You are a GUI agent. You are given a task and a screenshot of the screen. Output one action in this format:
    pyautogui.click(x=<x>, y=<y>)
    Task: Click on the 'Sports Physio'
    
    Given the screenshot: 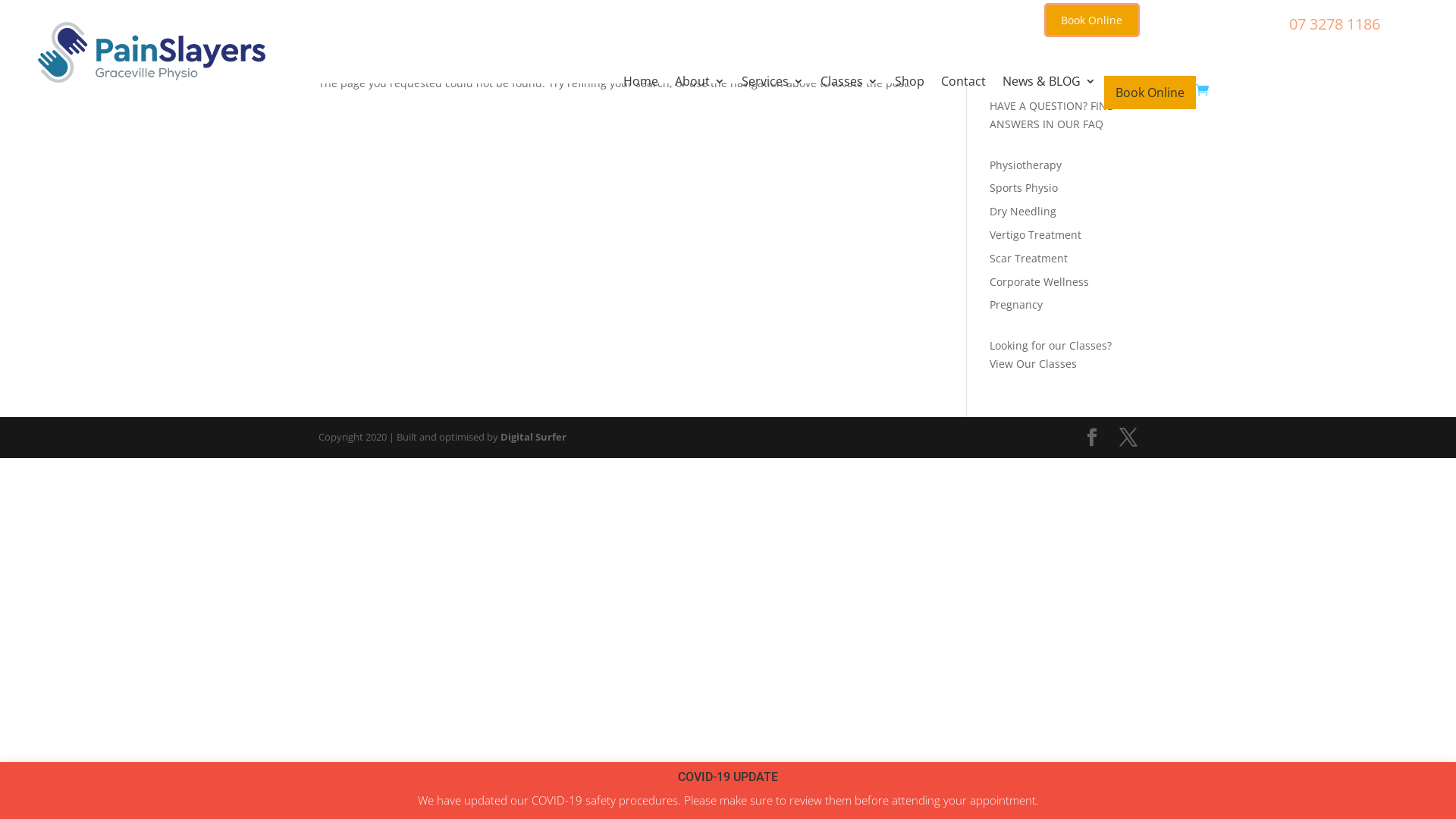 What is the action you would take?
    pyautogui.click(x=990, y=187)
    